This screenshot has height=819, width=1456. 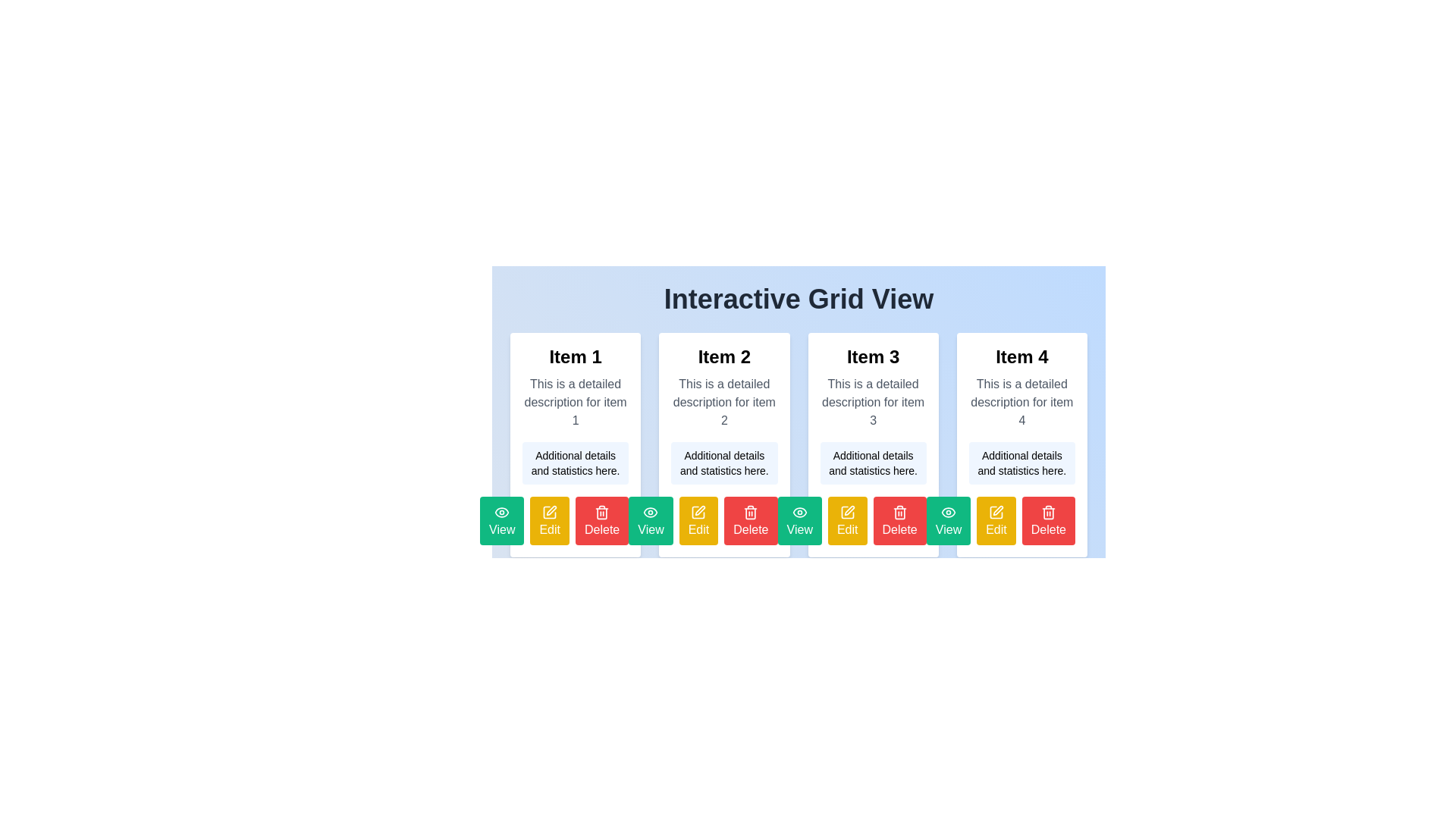 I want to click on the pencil icon representing editing functionality for 'Item 3' to initiate an edit action, so click(x=849, y=510).